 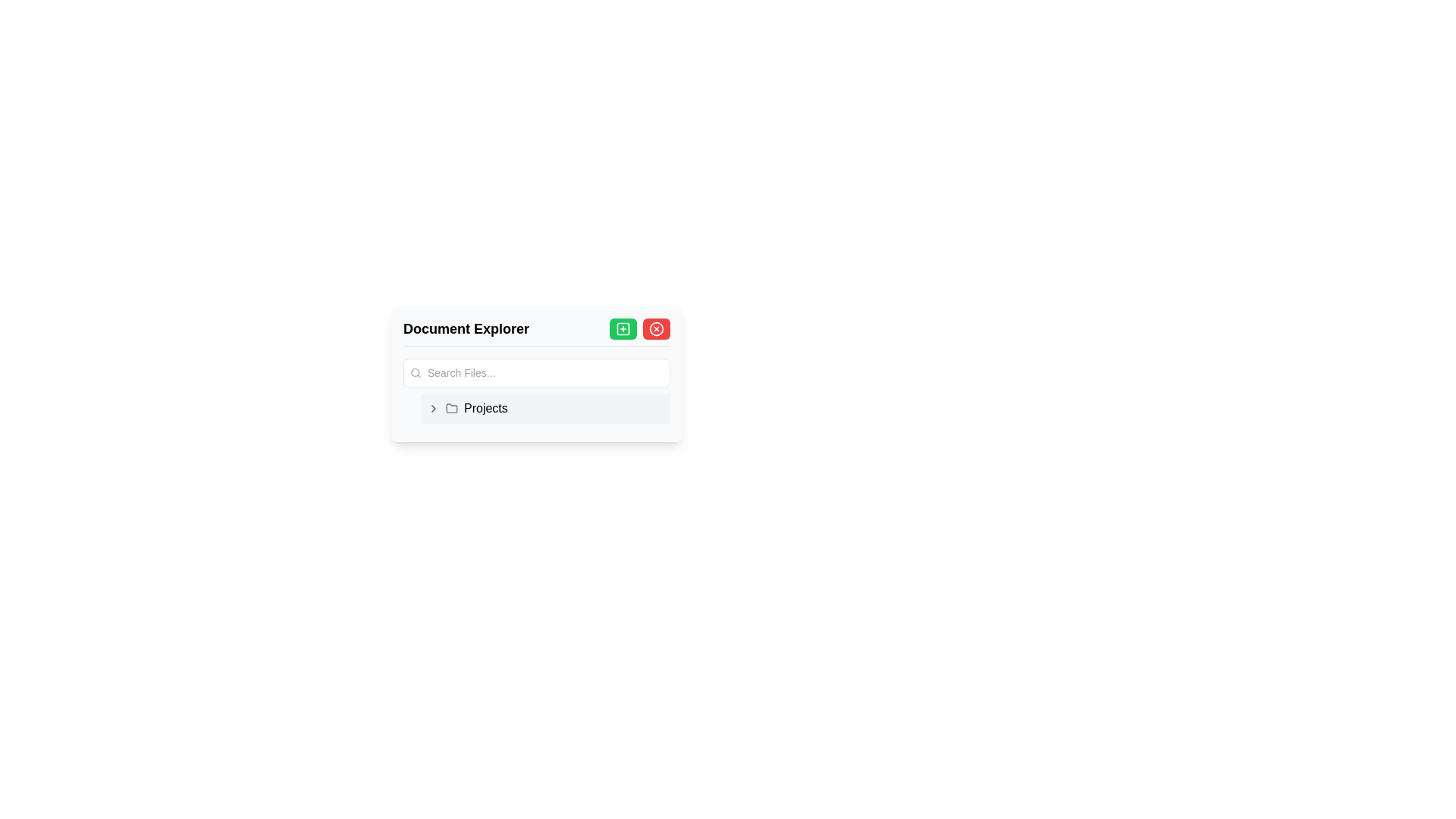 What do you see at coordinates (656, 328) in the screenshot?
I see `the second button in the upper-right corner of the 'Document Explorer' interface to initiate the associated removal or deletion action` at bounding box center [656, 328].